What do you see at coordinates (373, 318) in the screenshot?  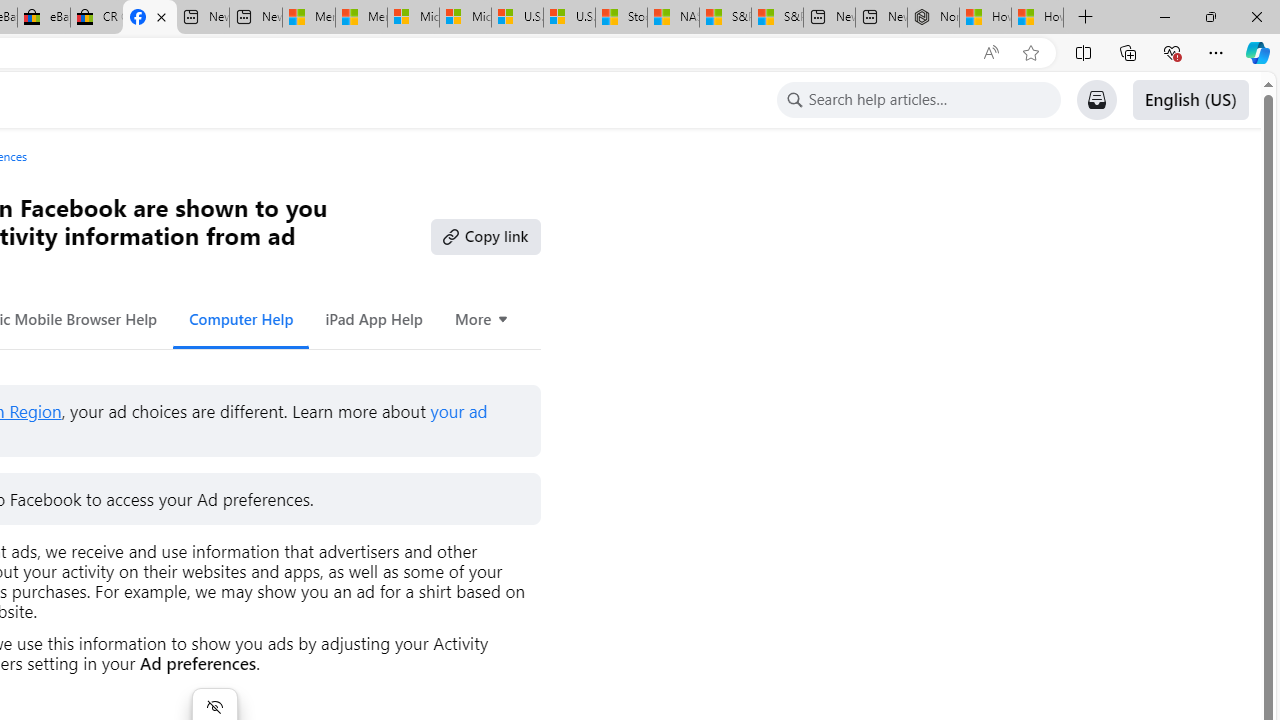 I see `'iPad App Help'` at bounding box center [373, 318].